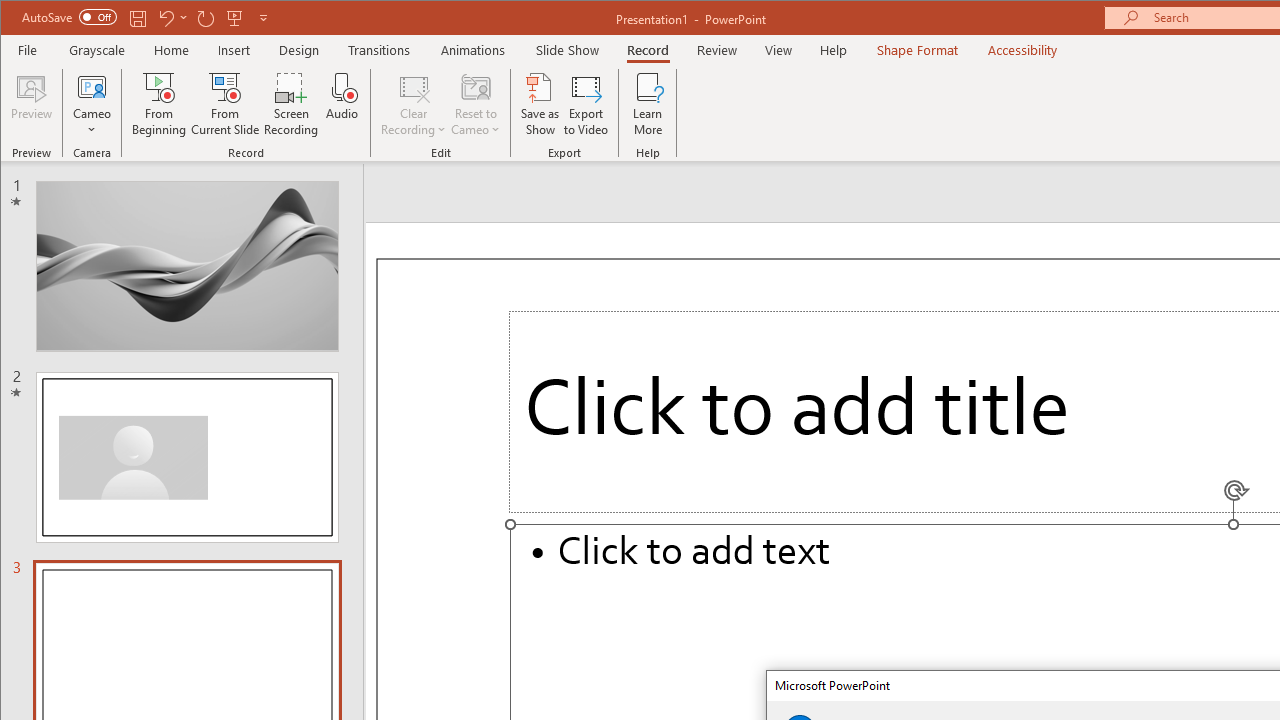 Image resolution: width=1280 pixels, height=720 pixels. I want to click on 'Reset to Cameo', so click(475, 104).